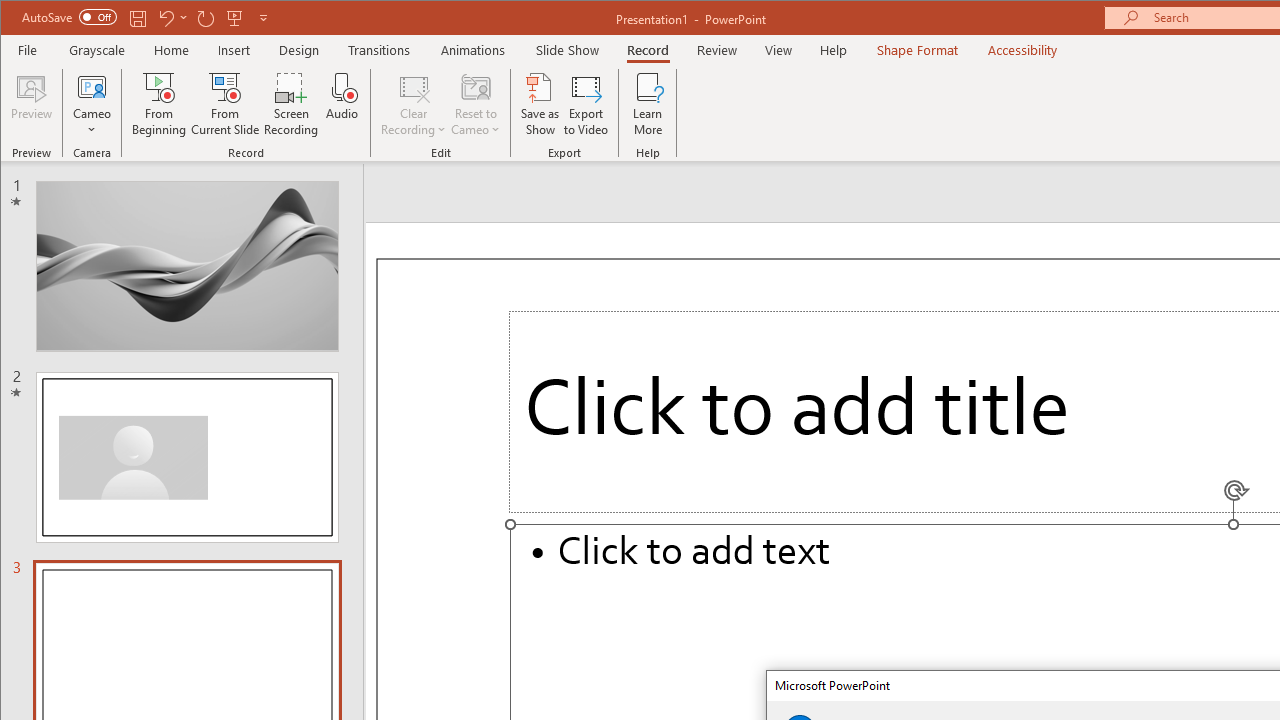 Image resolution: width=1280 pixels, height=720 pixels. I want to click on 'Reset to Cameo', so click(475, 104).